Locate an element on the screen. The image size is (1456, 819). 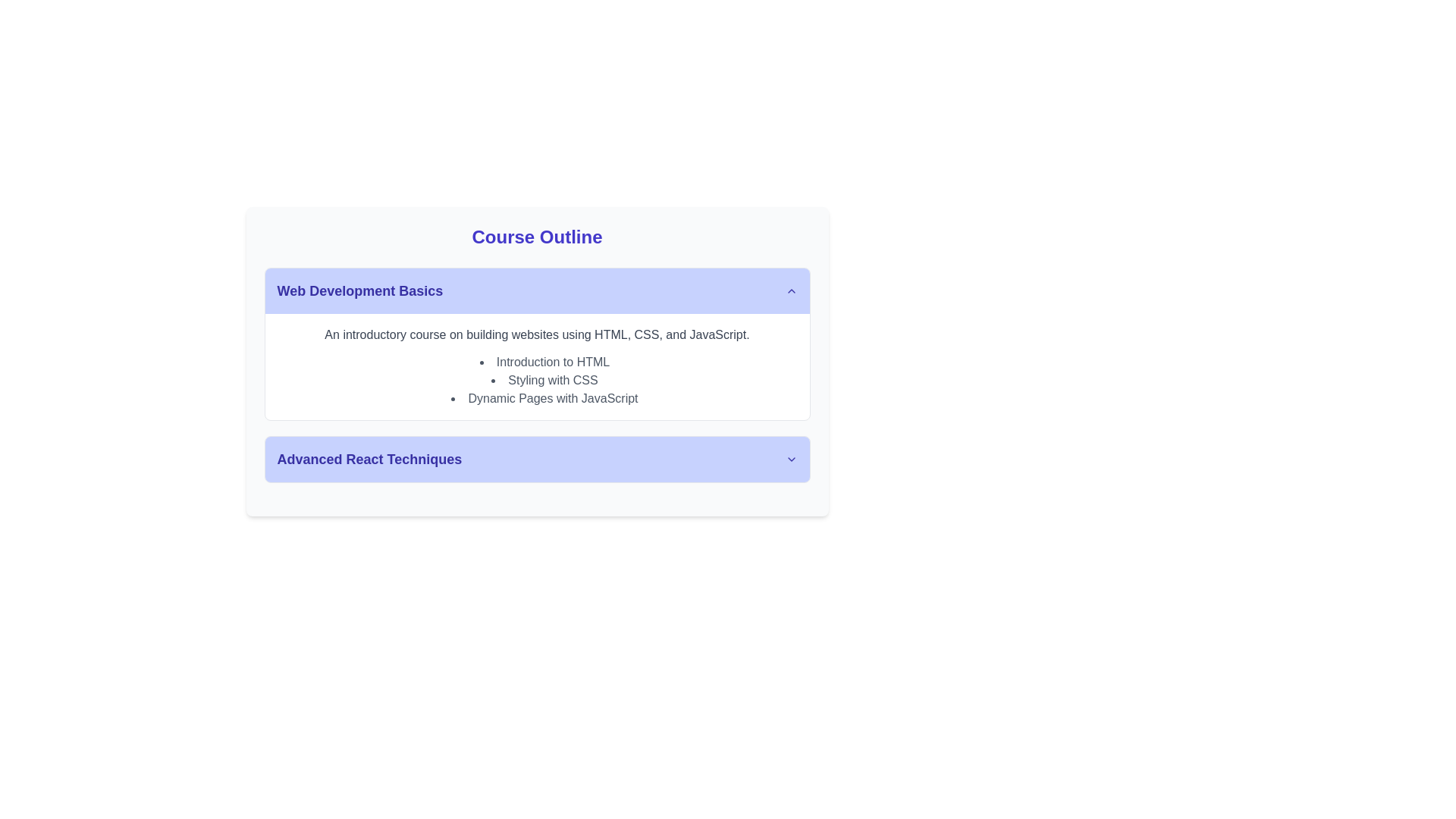
text of the third list item titled 'Dynamic Pages with JavaScript' located under the 'Web Development Basics' section is located at coordinates (544, 397).